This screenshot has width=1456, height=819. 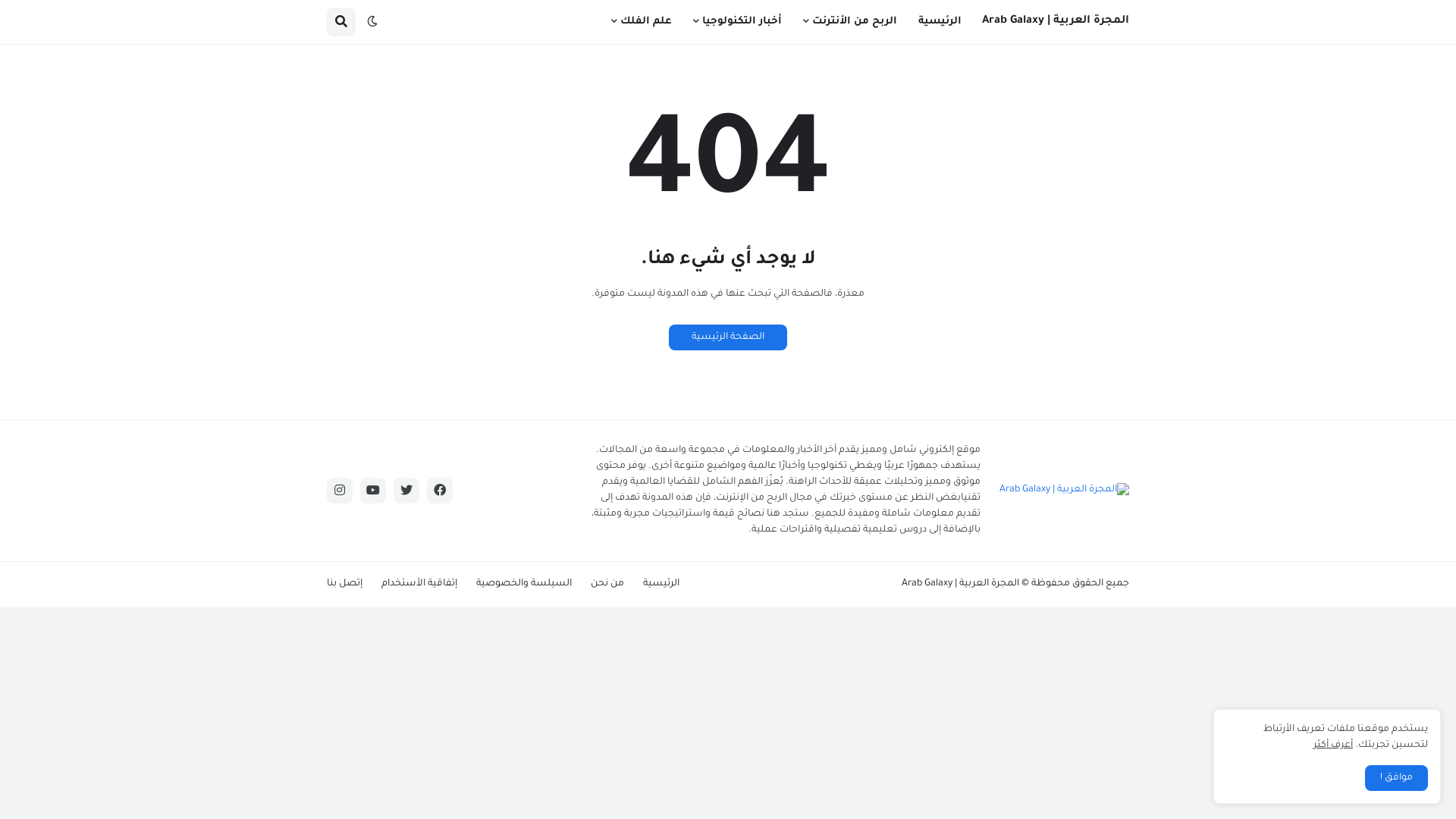 I want to click on 'youtube', so click(x=372, y=491).